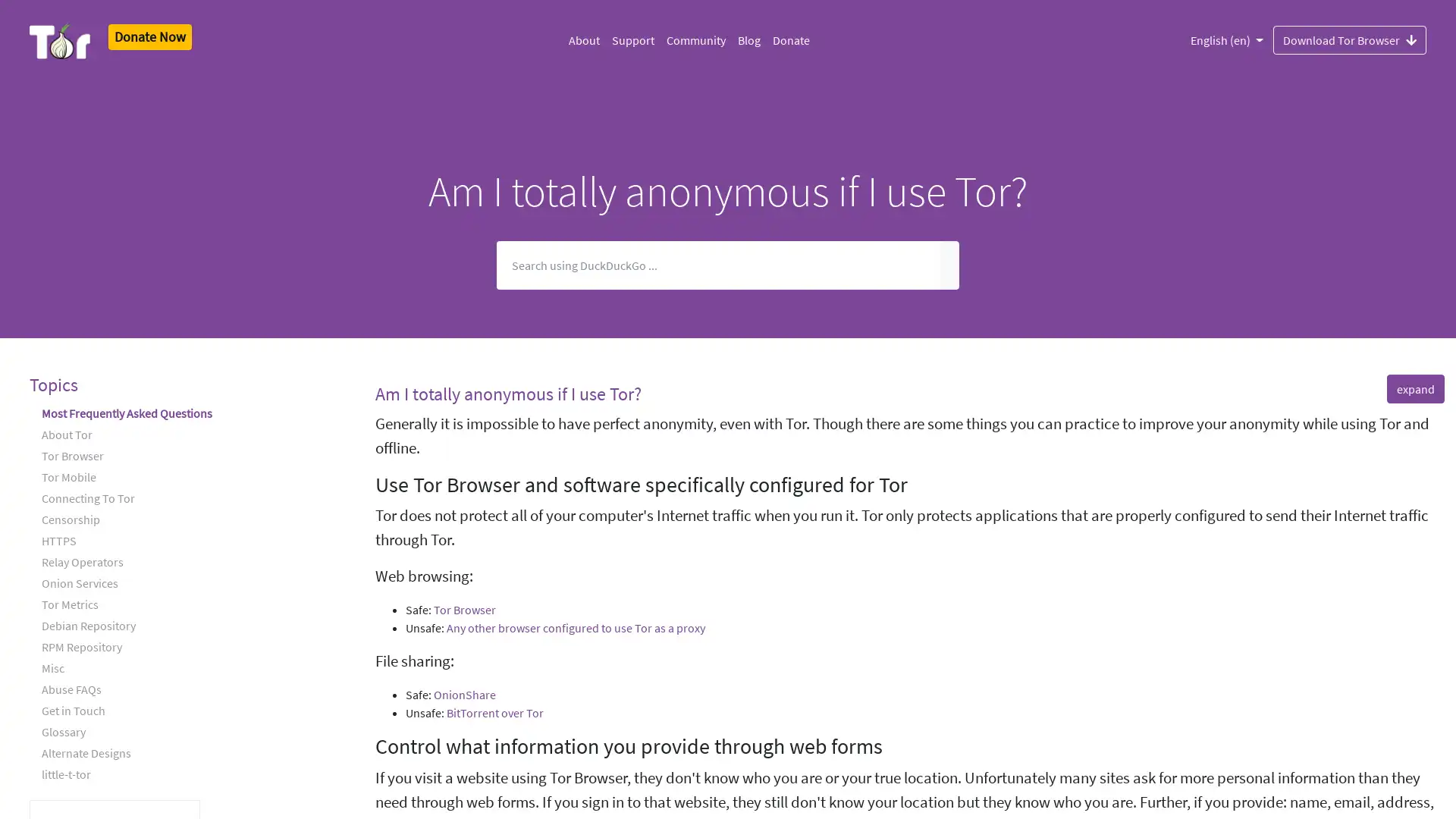 The width and height of the screenshot is (1456, 819). What do you see at coordinates (187, 625) in the screenshot?
I see `Debian Repository` at bounding box center [187, 625].